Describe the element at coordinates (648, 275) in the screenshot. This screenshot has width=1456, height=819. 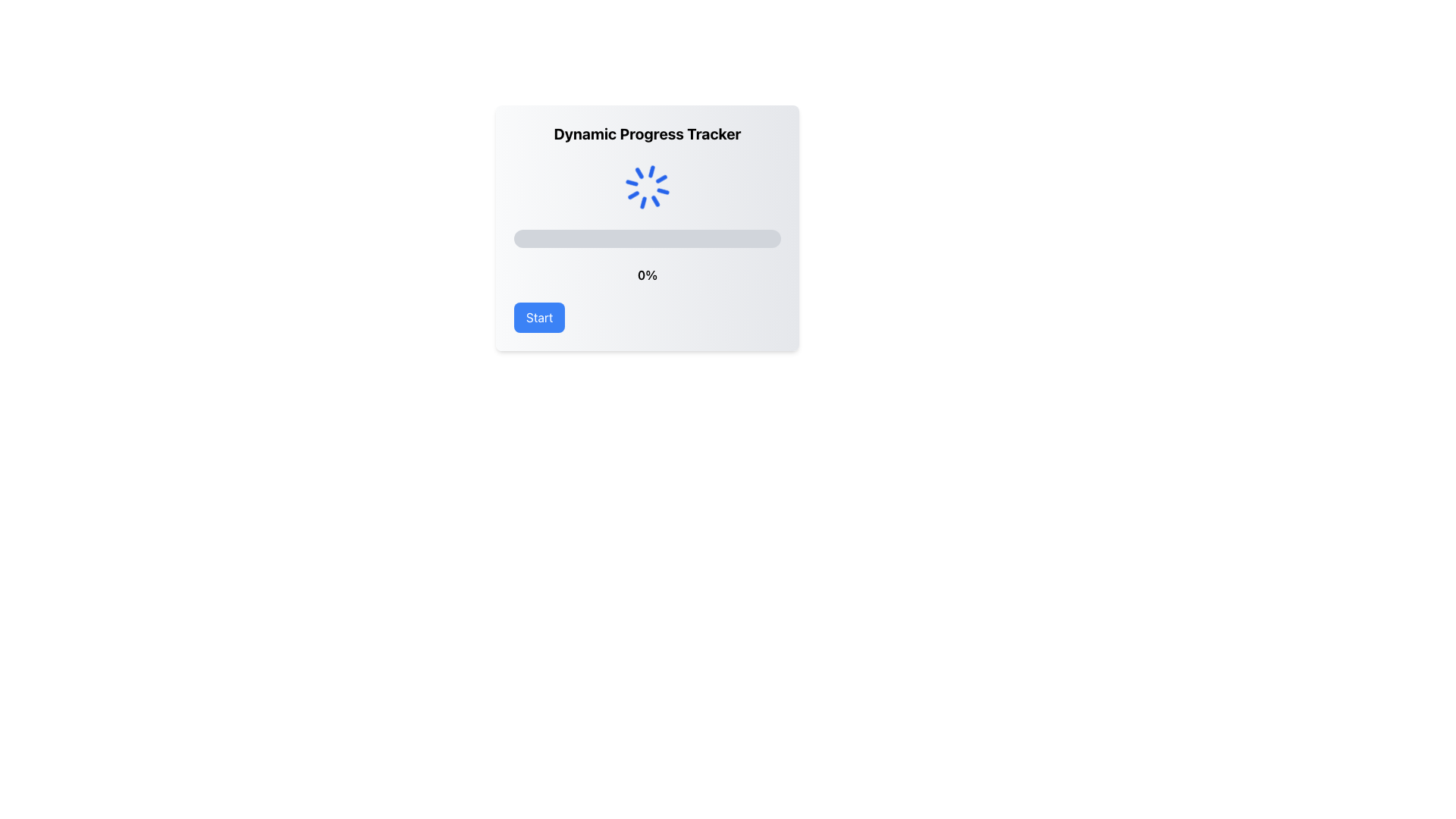
I see `the Static Text element displaying the current percentage of progress, located below the progress bar in the 'Dynamic Progress Tracker' UI component` at that location.